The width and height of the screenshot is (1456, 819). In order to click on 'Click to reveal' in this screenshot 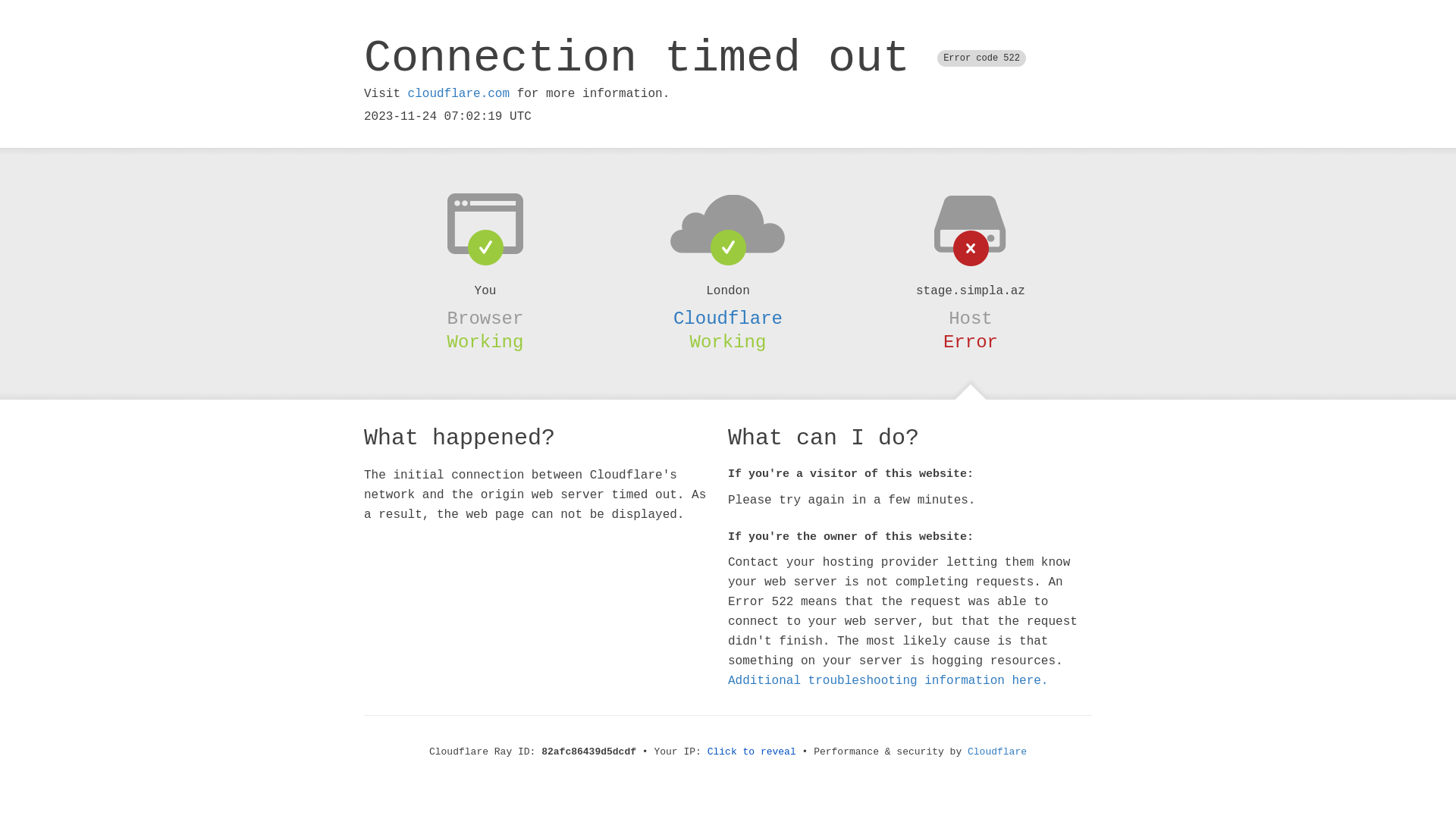, I will do `click(752, 752)`.